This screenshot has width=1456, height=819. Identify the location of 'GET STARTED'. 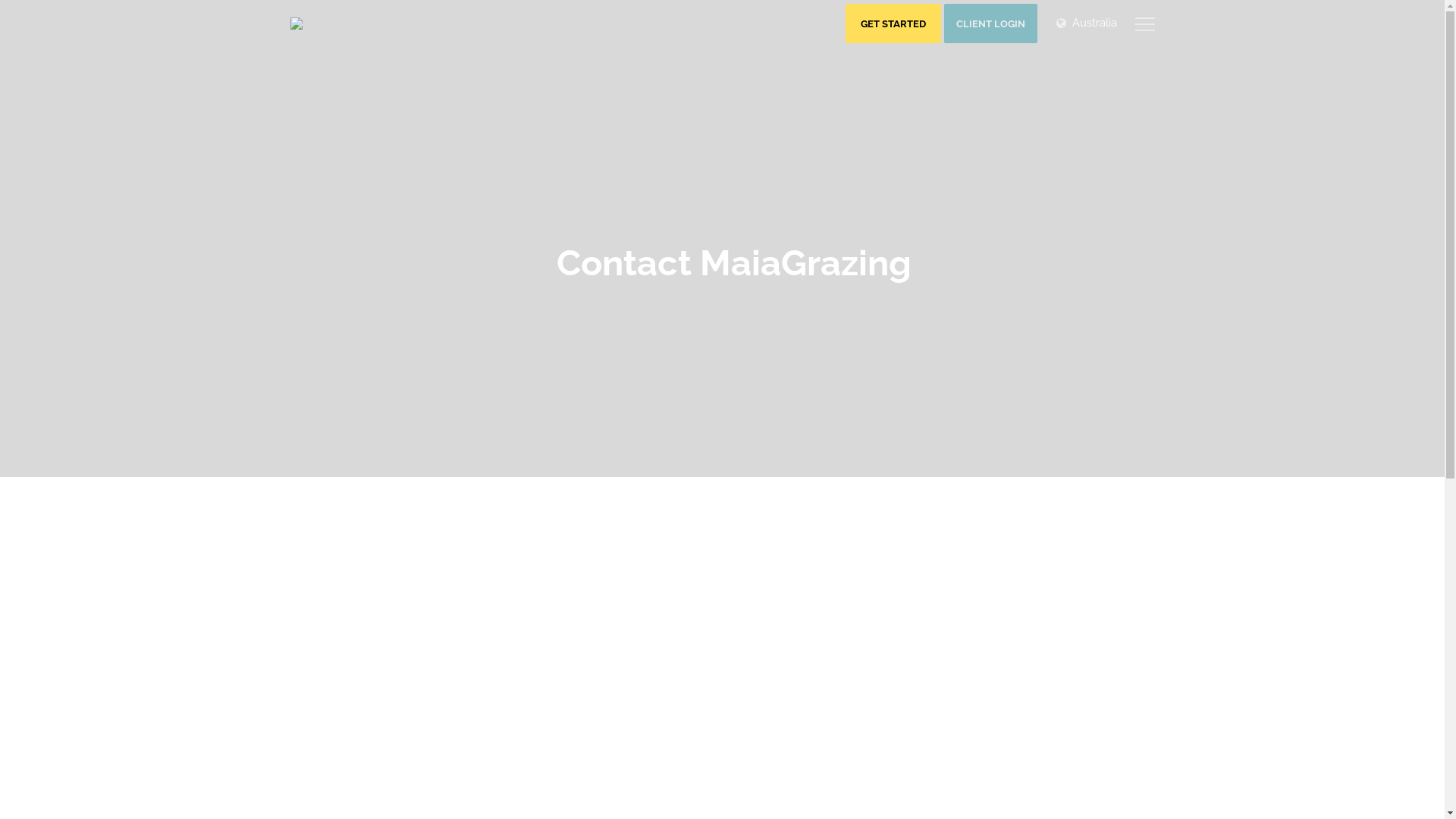
(892, 23).